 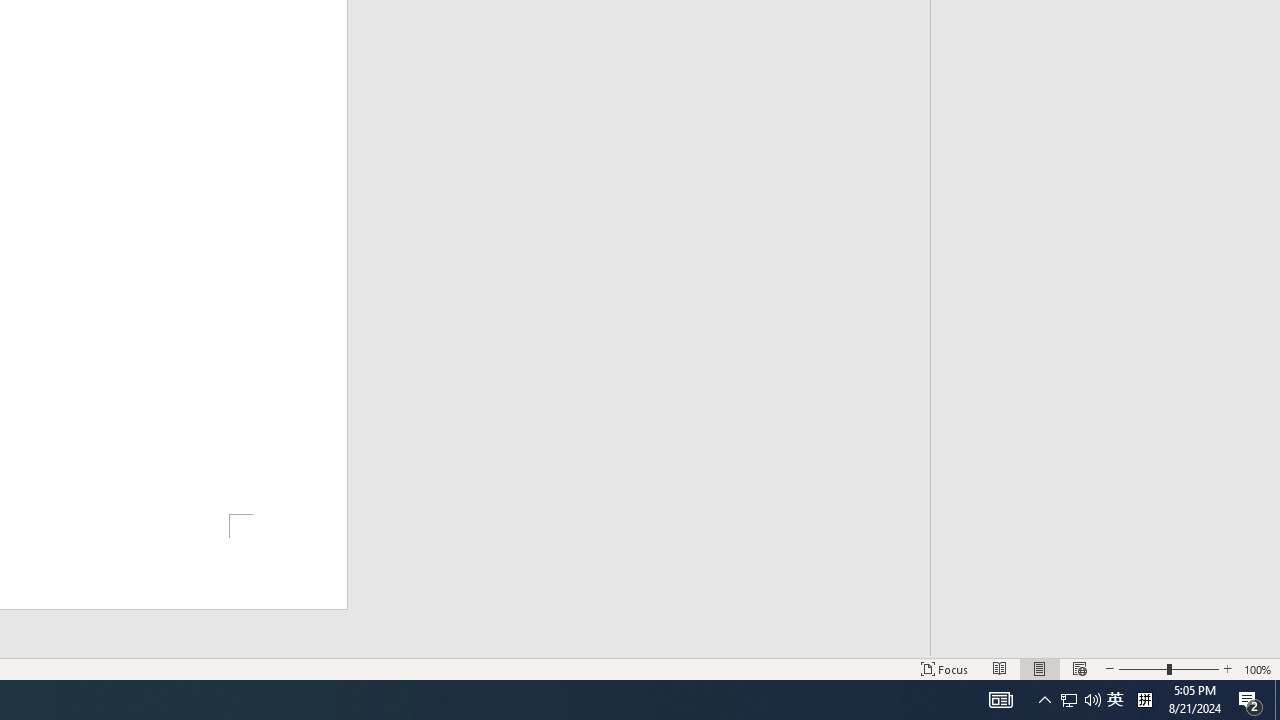 What do you see at coordinates (1276, 698) in the screenshot?
I see `'Show desktop'` at bounding box center [1276, 698].